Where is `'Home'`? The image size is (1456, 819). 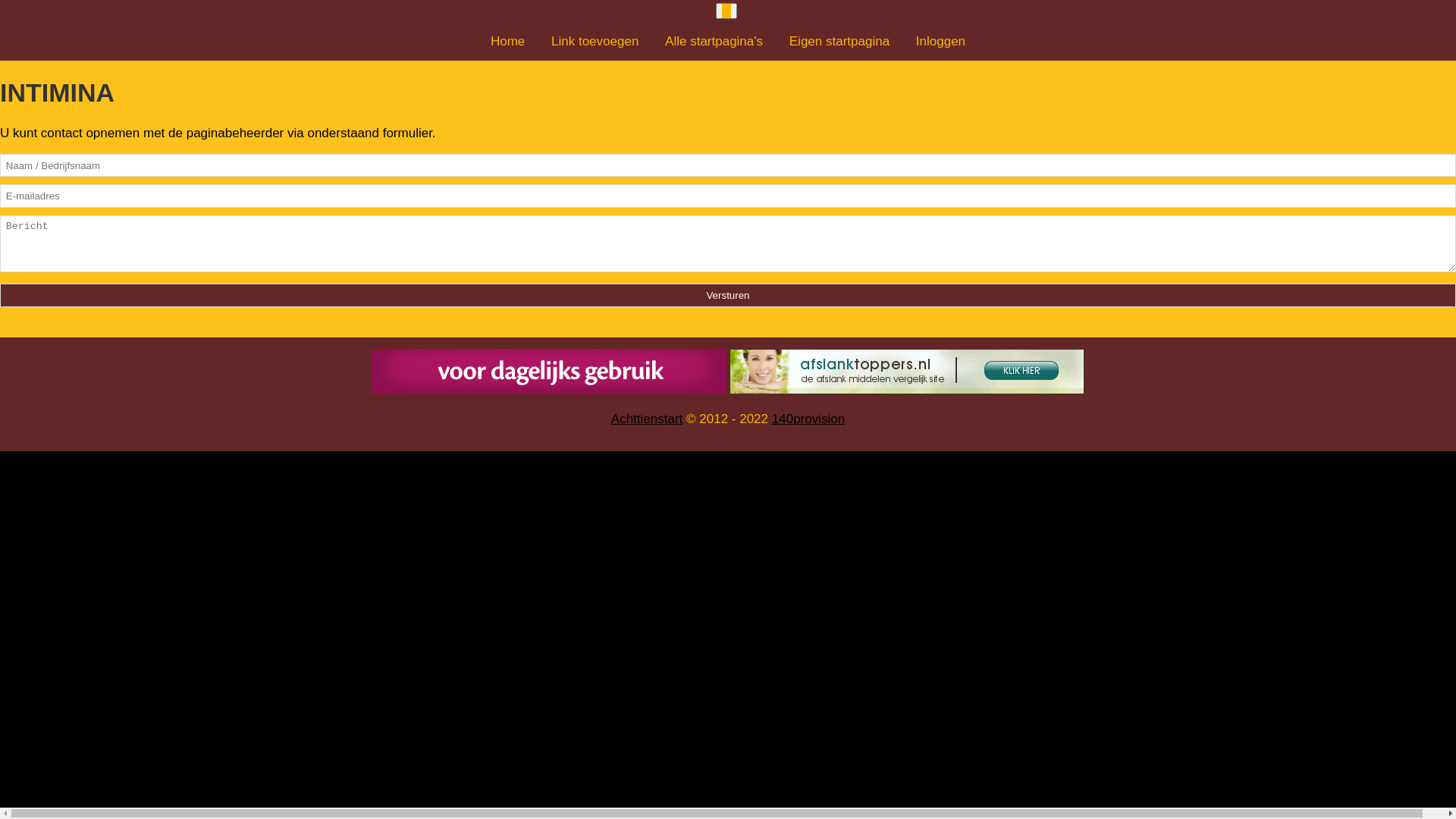 'Home' is located at coordinates (507, 40).